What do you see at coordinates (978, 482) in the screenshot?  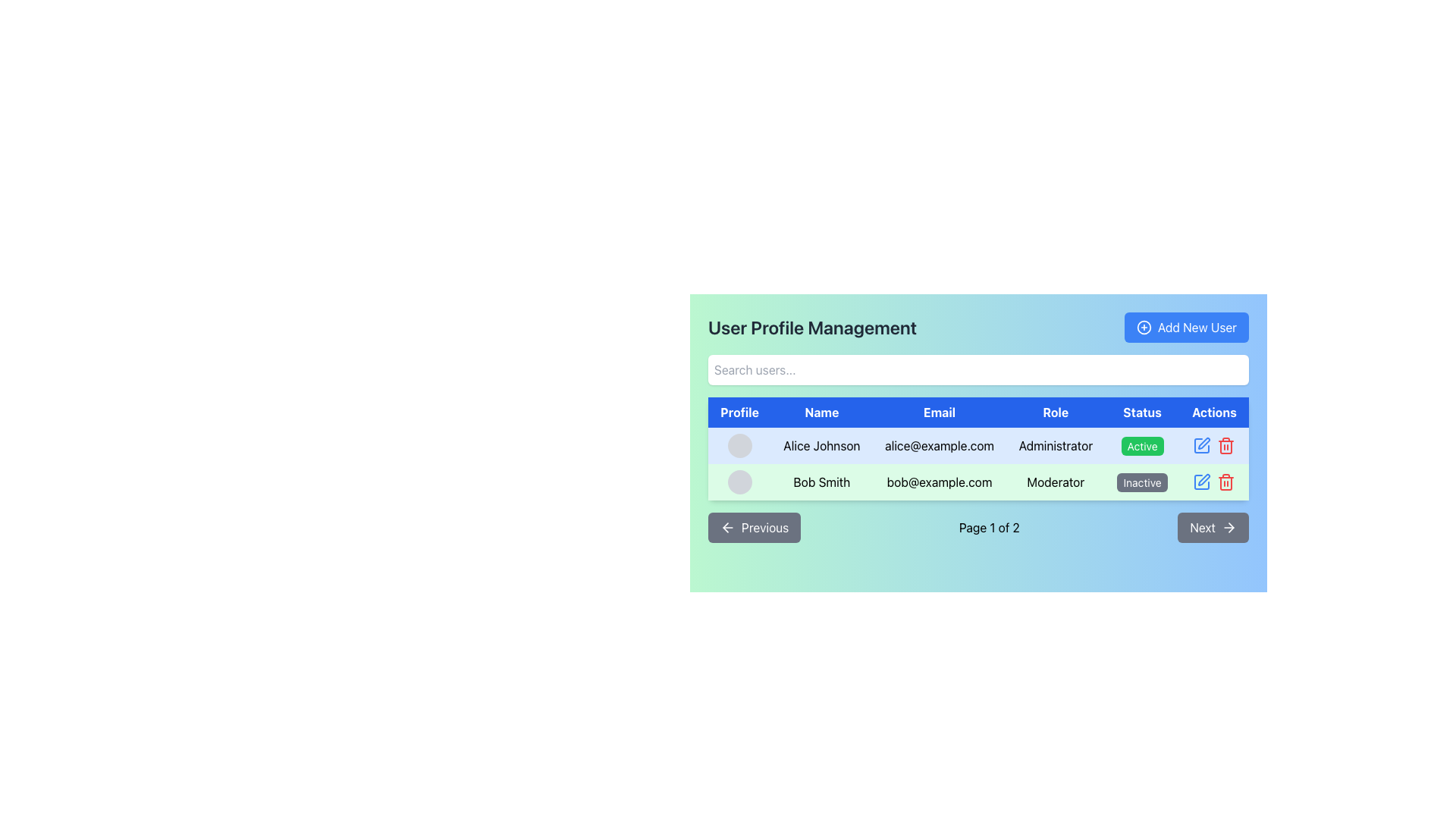 I see `the individual sections of the second row in the 'User Profile Management' table, which represents the user profile of 'Bob Smith'` at bounding box center [978, 482].